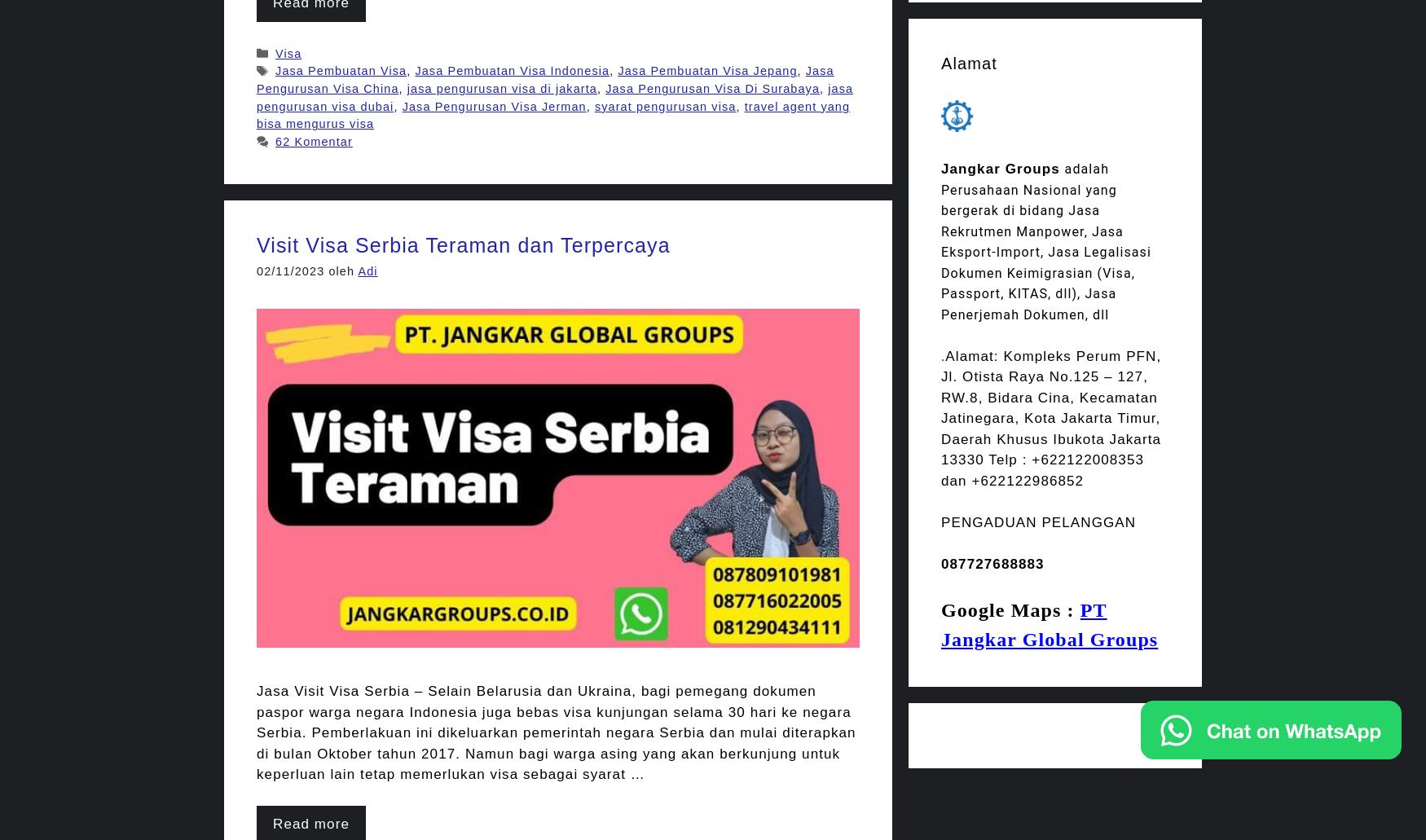  What do you see at coordinates (942, 355) in the screenshot?
I see `'.'` at bounding box center [942, 355].